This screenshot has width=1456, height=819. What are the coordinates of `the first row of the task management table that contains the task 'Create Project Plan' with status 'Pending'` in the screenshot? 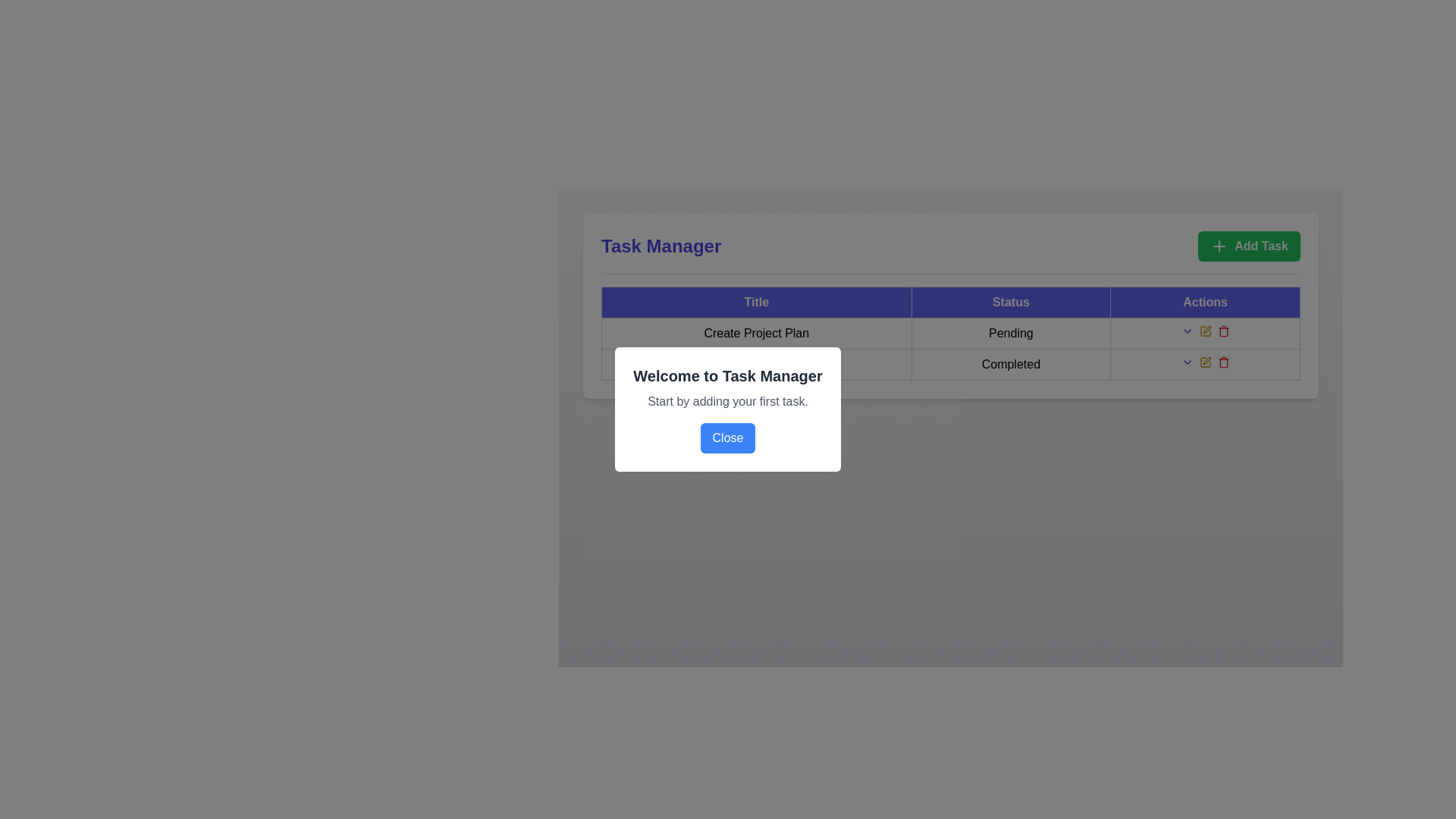 It's located at (949, 332).